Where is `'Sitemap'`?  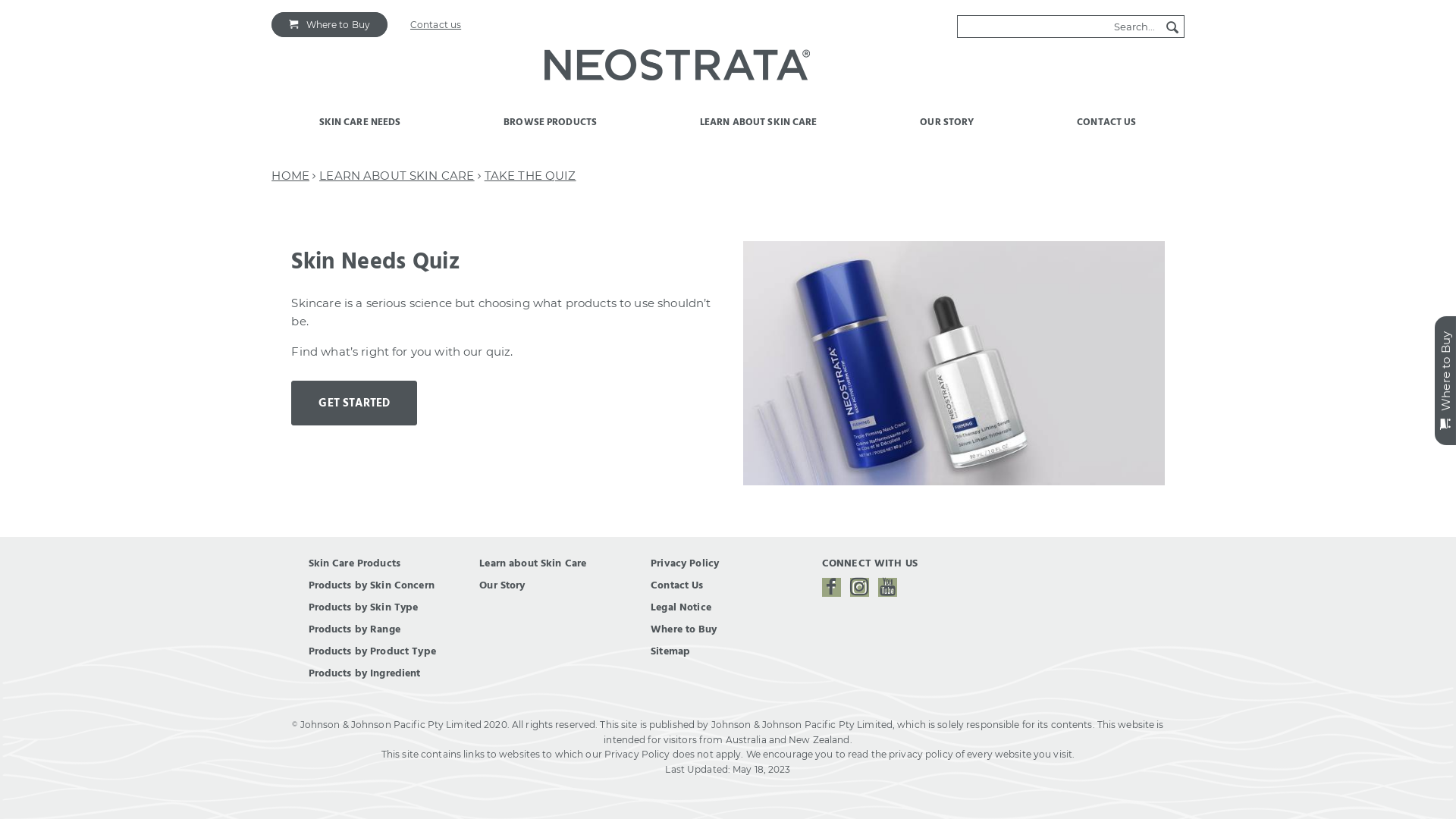 'Sitemap' is located at coordinates (669, 651).